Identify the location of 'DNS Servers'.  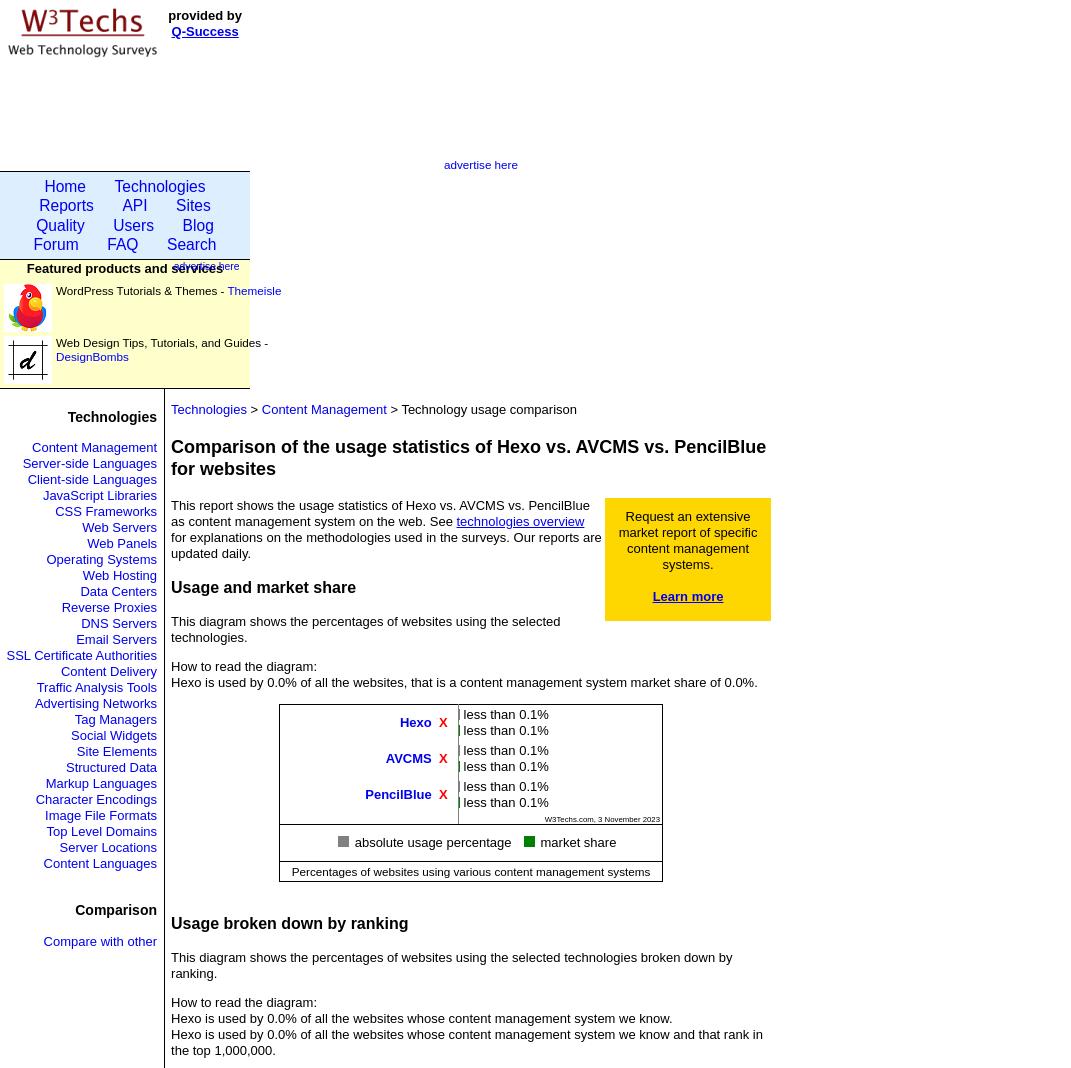
(118, 622).